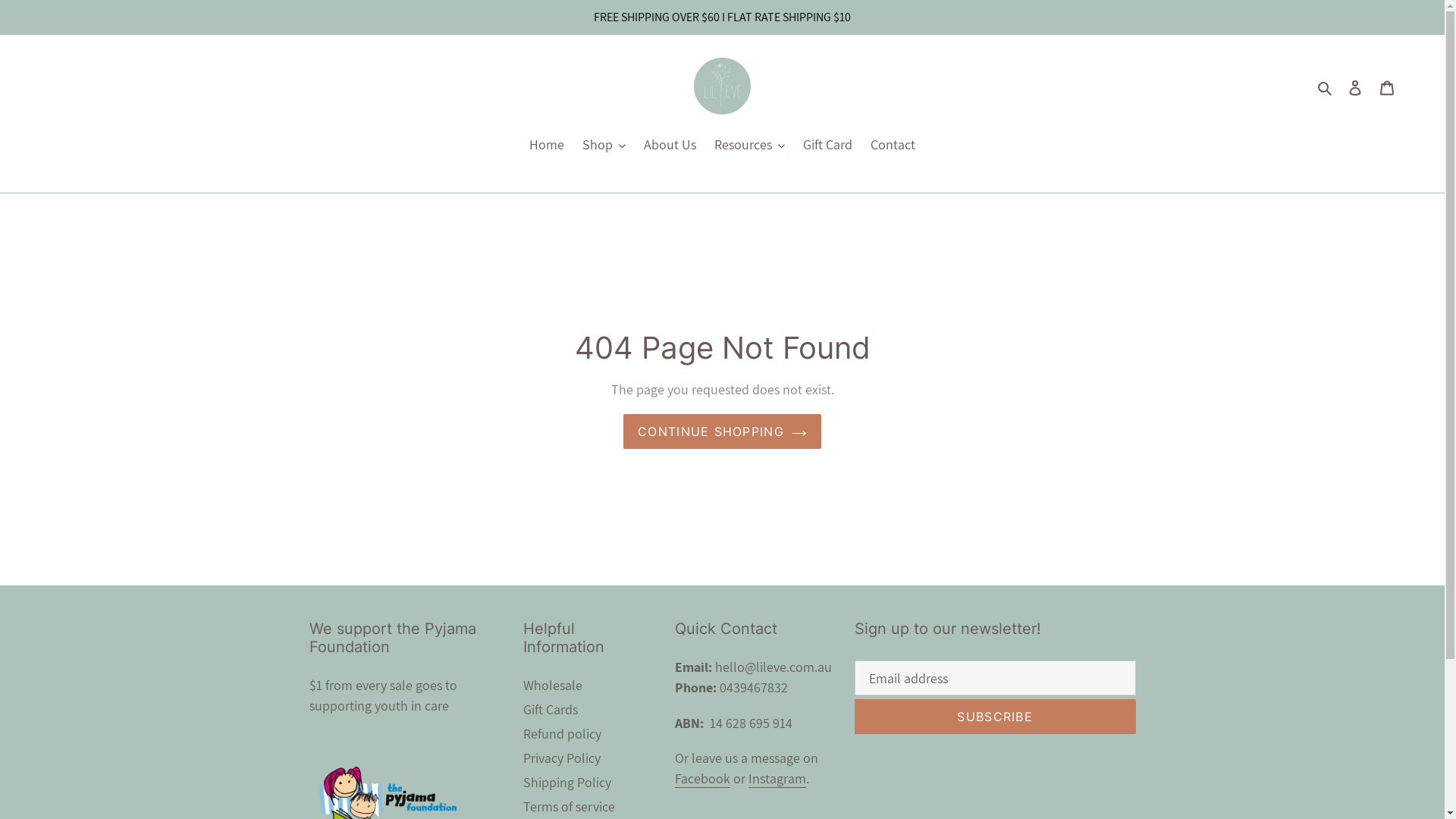 The width and height of the screenshot is (1456, 819). Describe the element at coordinates (827, 145) in the screenshot. I see `'Gift Card'` at that location.